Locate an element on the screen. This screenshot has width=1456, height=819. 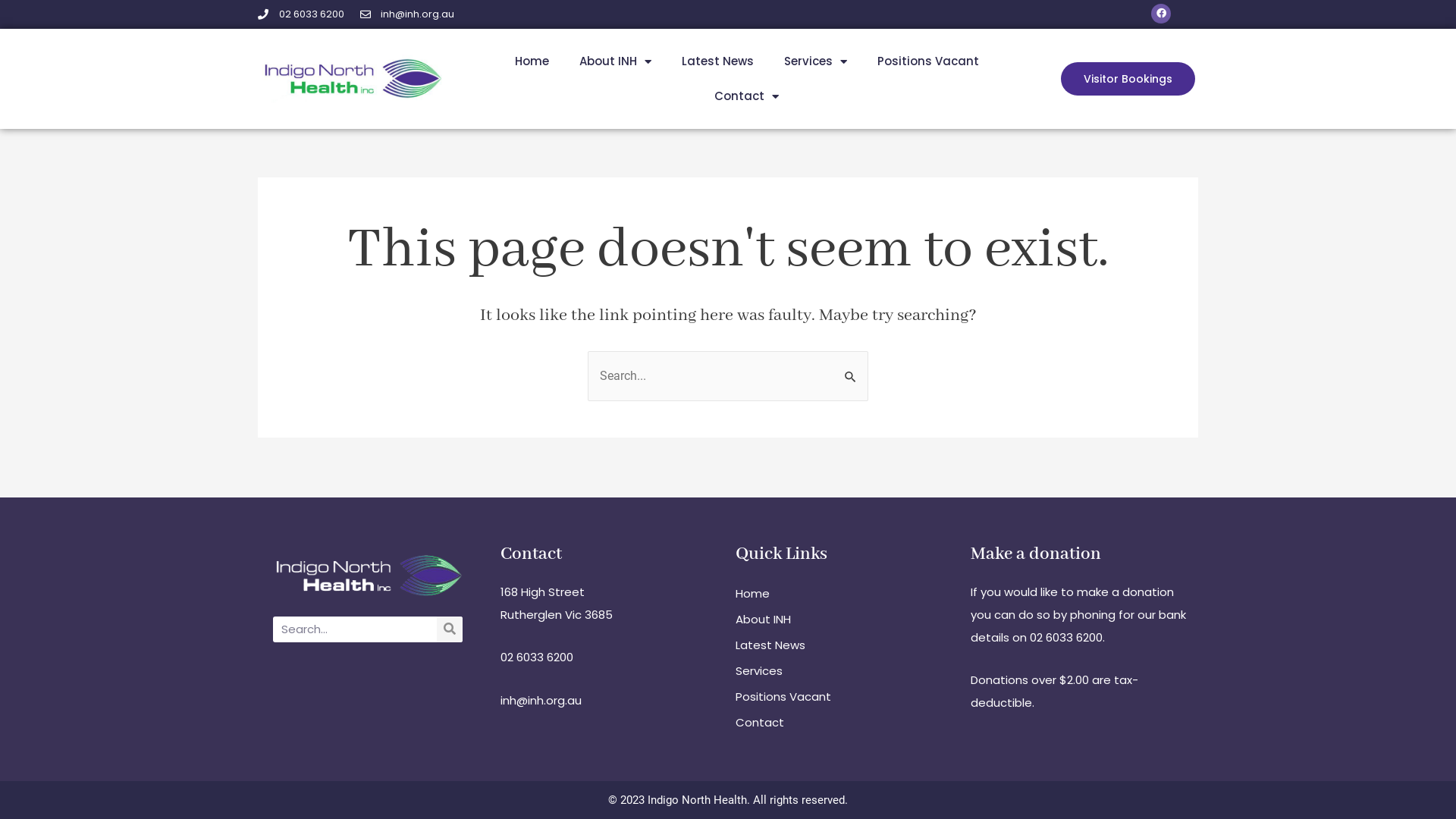
'Latest News' is located at coordinates (717, 61).